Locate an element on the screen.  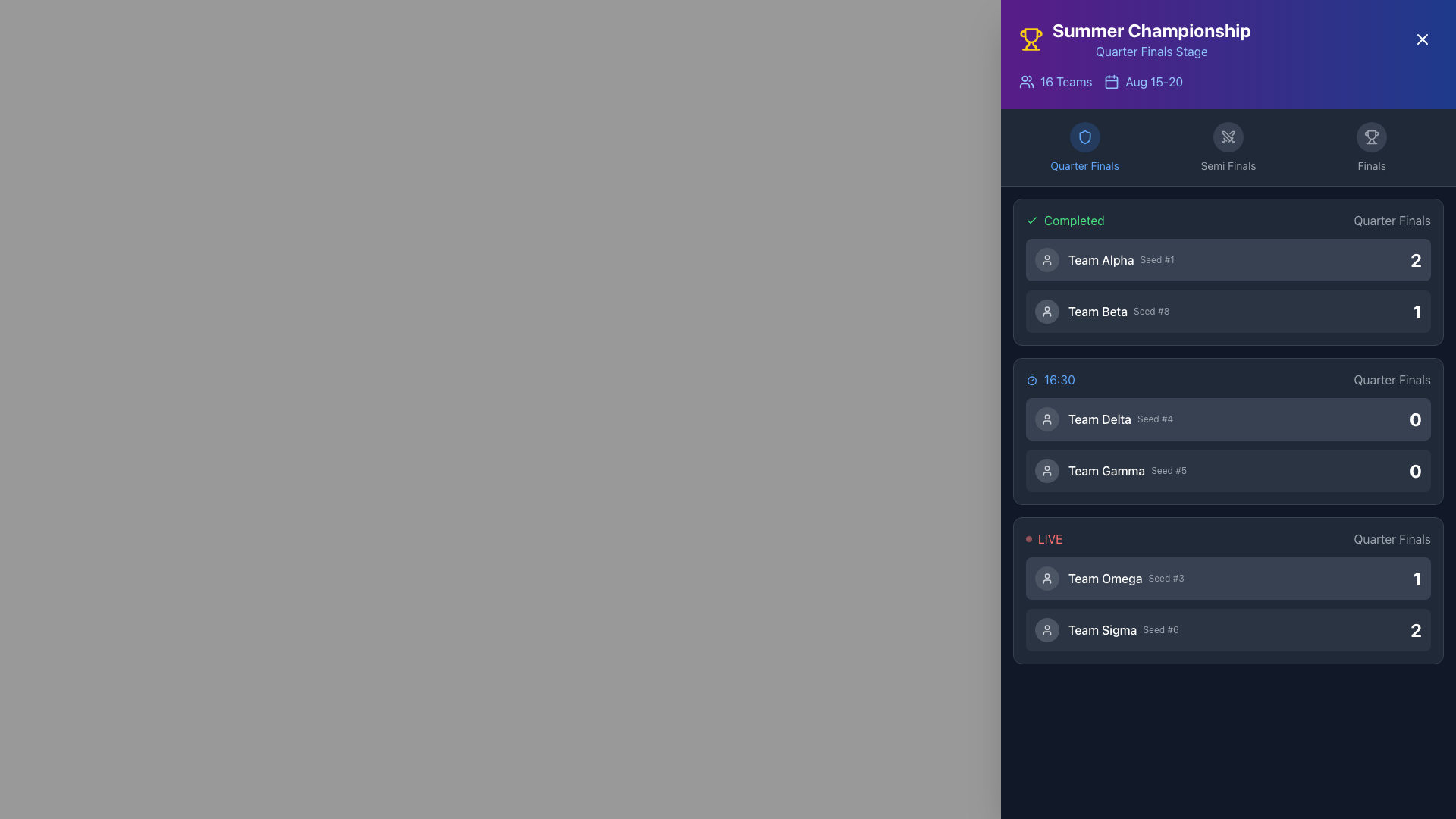
the shield-shaped icon with a blue outline located beneath the 'Summer Championship' heading is located at coordinates (1084, 137).